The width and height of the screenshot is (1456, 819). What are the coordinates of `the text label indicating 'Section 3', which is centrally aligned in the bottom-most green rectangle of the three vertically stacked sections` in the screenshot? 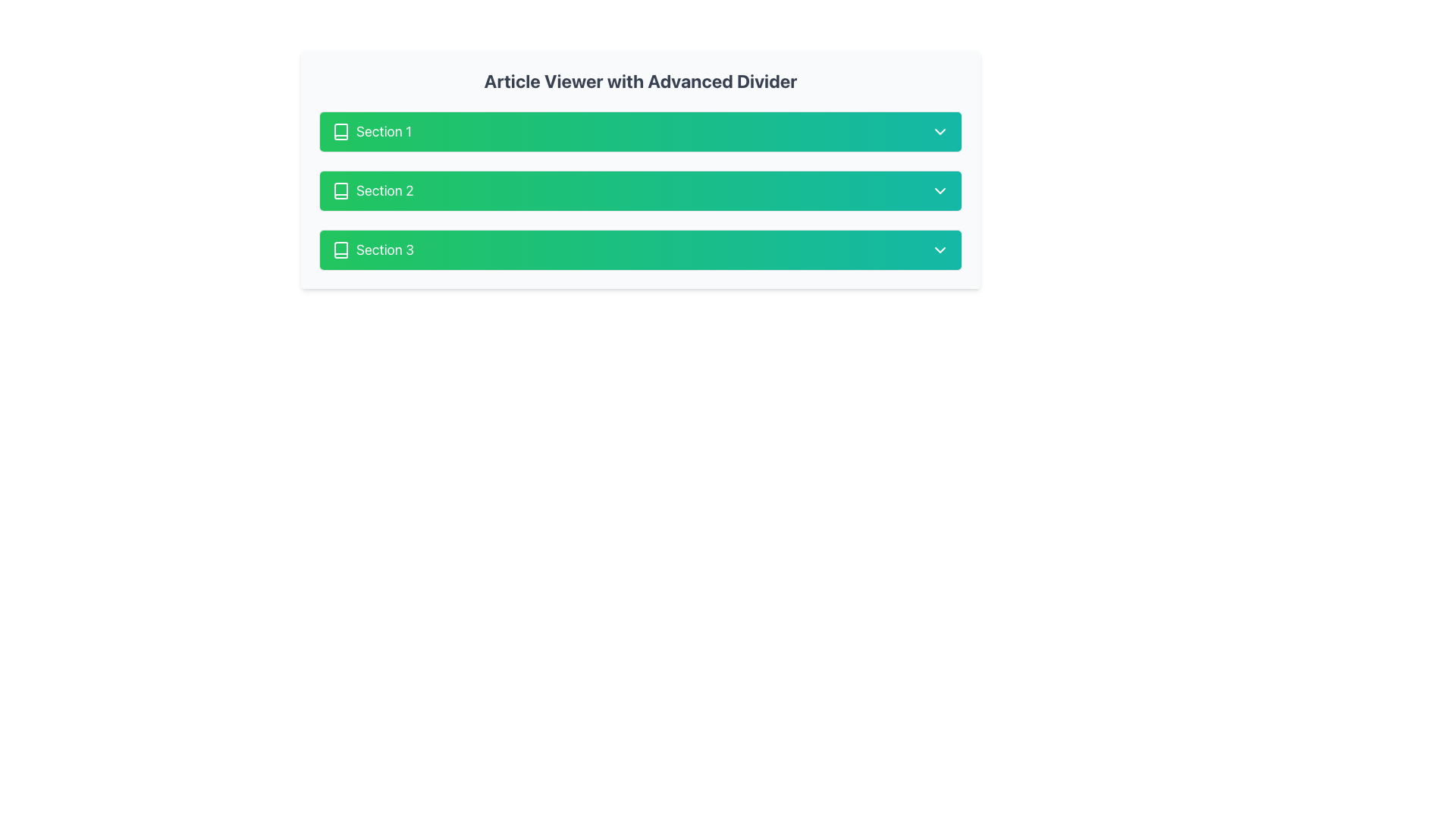 It's located at (385, 249).